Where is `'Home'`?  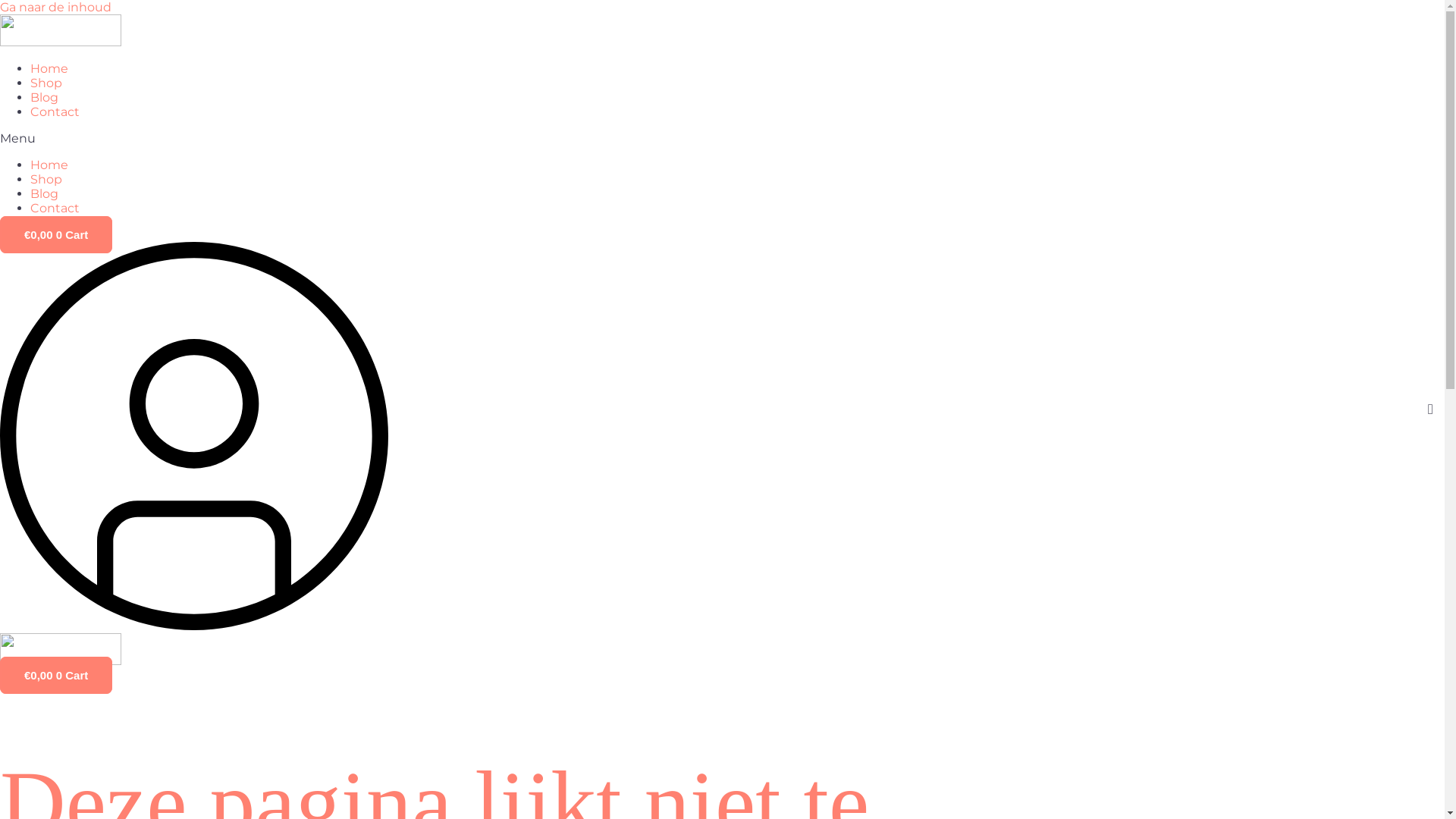
'Home' is located at coordinates (30, 68).